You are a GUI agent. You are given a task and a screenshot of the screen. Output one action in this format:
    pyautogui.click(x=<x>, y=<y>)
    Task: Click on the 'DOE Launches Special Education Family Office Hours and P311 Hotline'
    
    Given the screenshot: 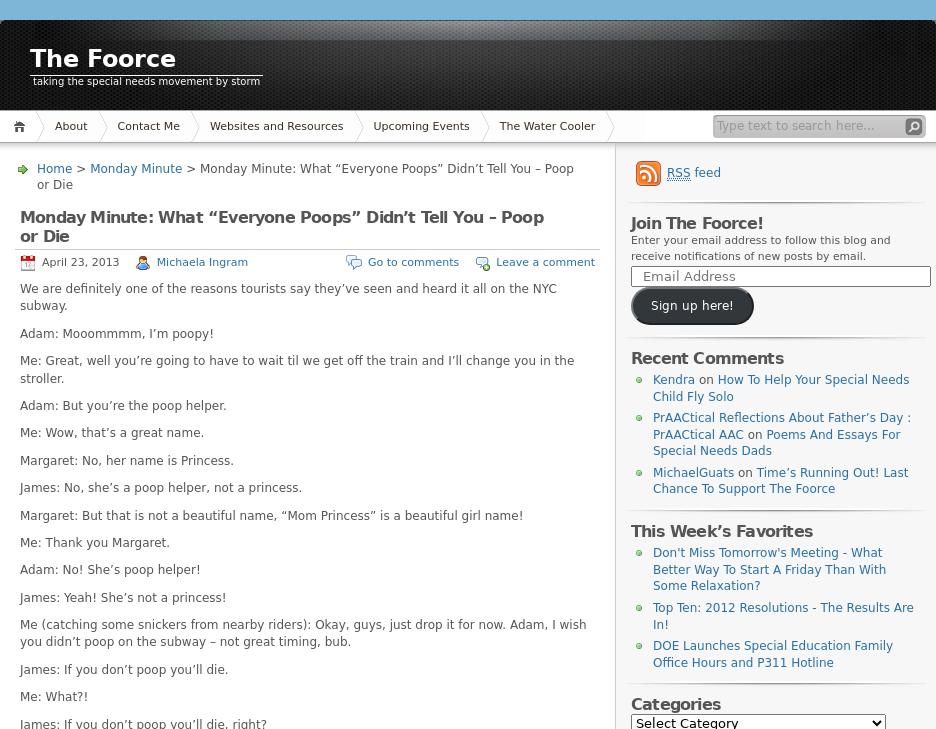 What is the action you would take?
    pyautogui.click(x=773, y=653)
    